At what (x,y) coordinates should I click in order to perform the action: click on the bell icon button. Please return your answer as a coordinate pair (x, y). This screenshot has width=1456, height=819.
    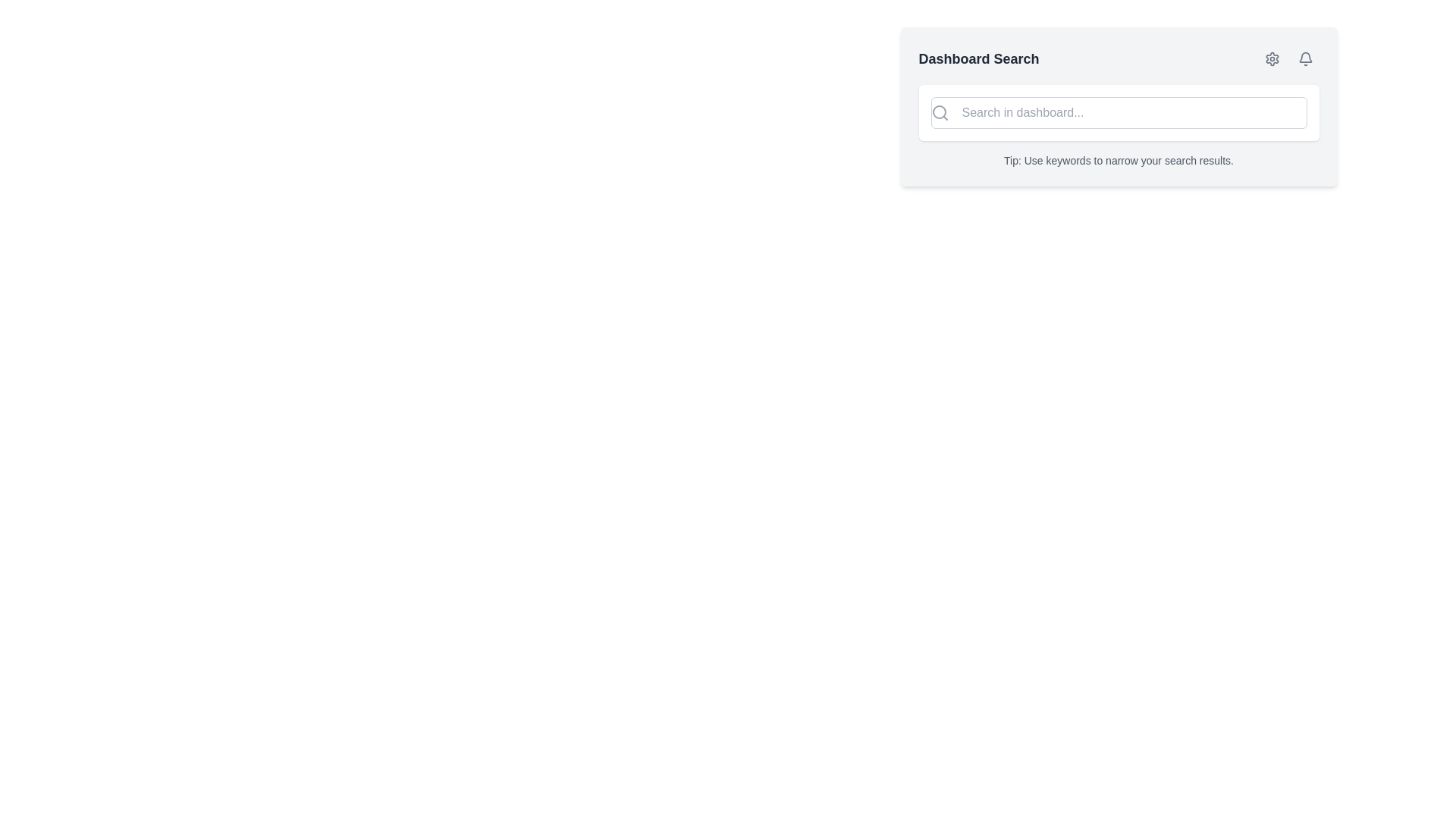
    Looking at the image, I should click on (1304, 58).